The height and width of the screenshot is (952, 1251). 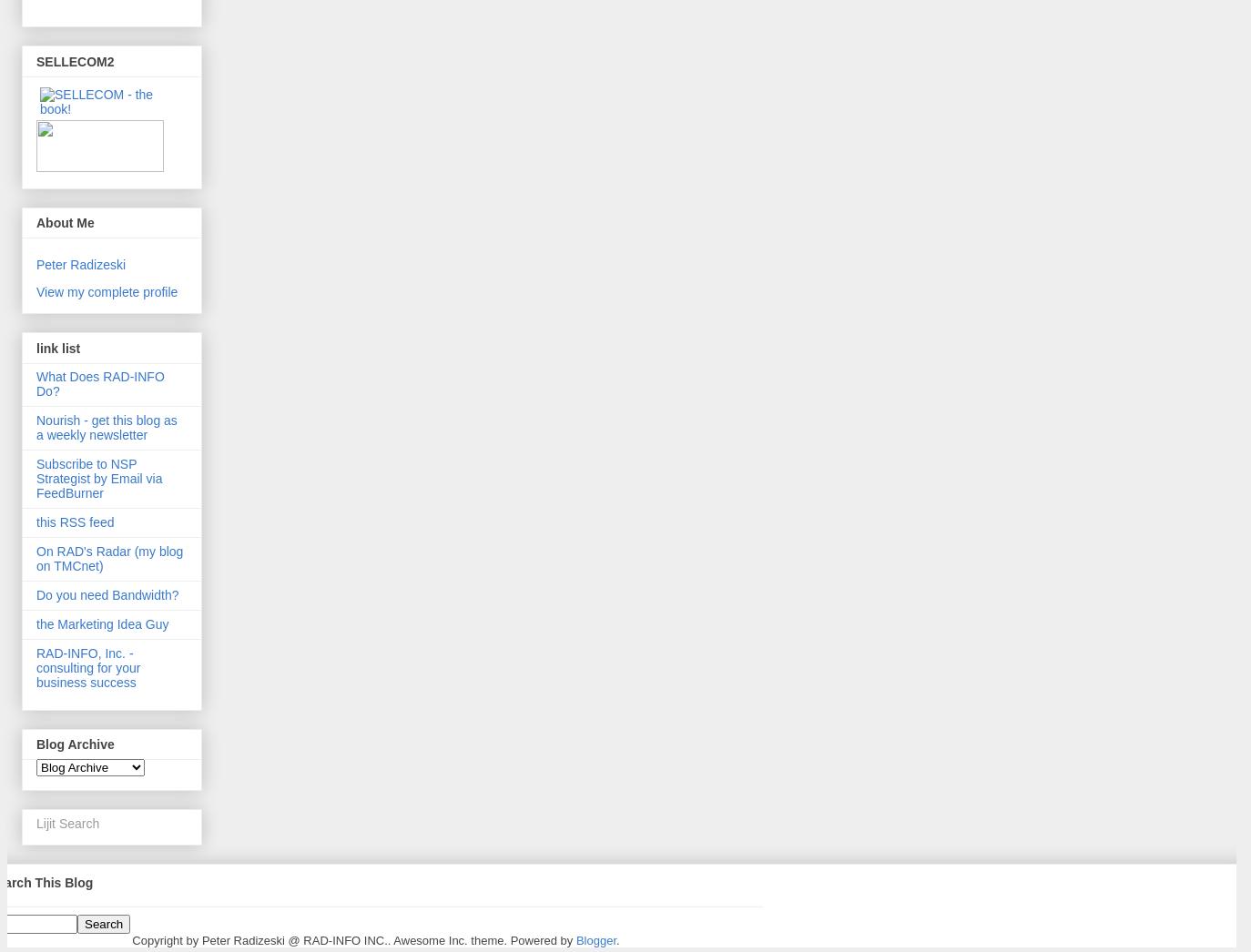 I want to click on 'the Marketing Idea Guy', so click(x=101, y=623).